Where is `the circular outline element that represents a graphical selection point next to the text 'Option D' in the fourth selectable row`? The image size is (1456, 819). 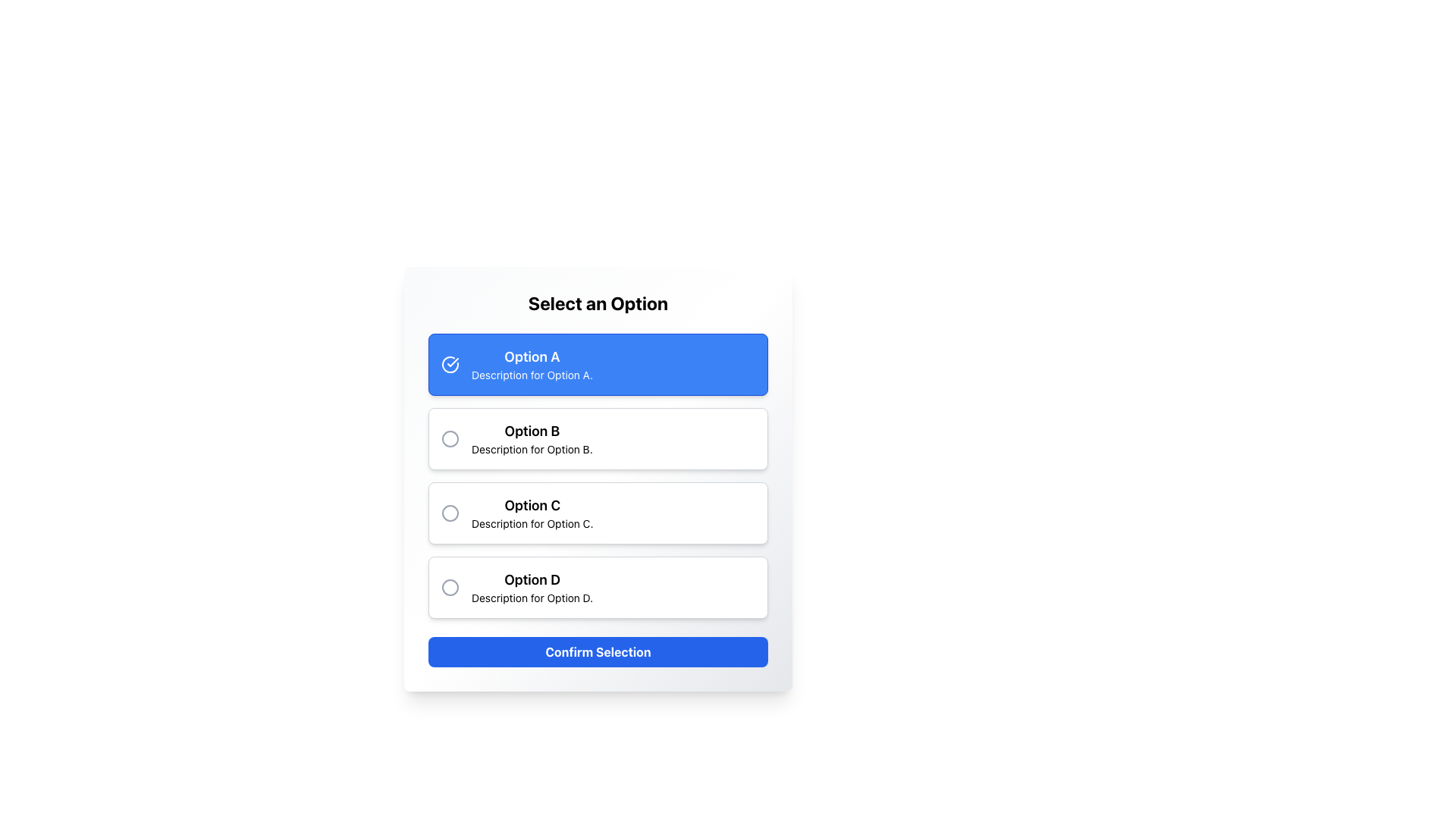
the circular outline element that represents a graphical selection point next to the text 'Option D' in the fourth selectable row is located at coordinates (450, 587).